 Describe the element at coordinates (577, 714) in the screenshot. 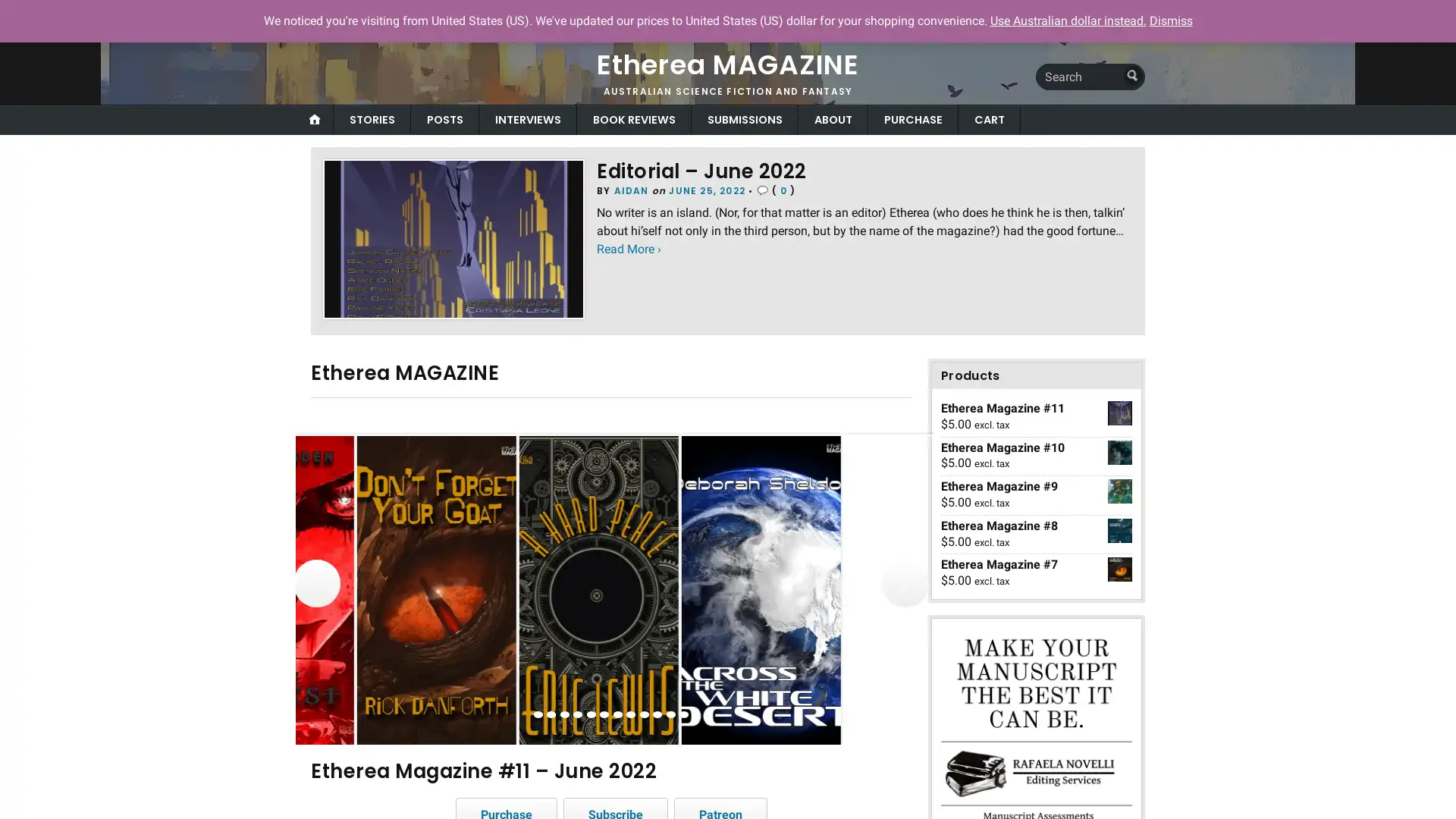

I see `view image 4 of 12 in carousel` at that location.